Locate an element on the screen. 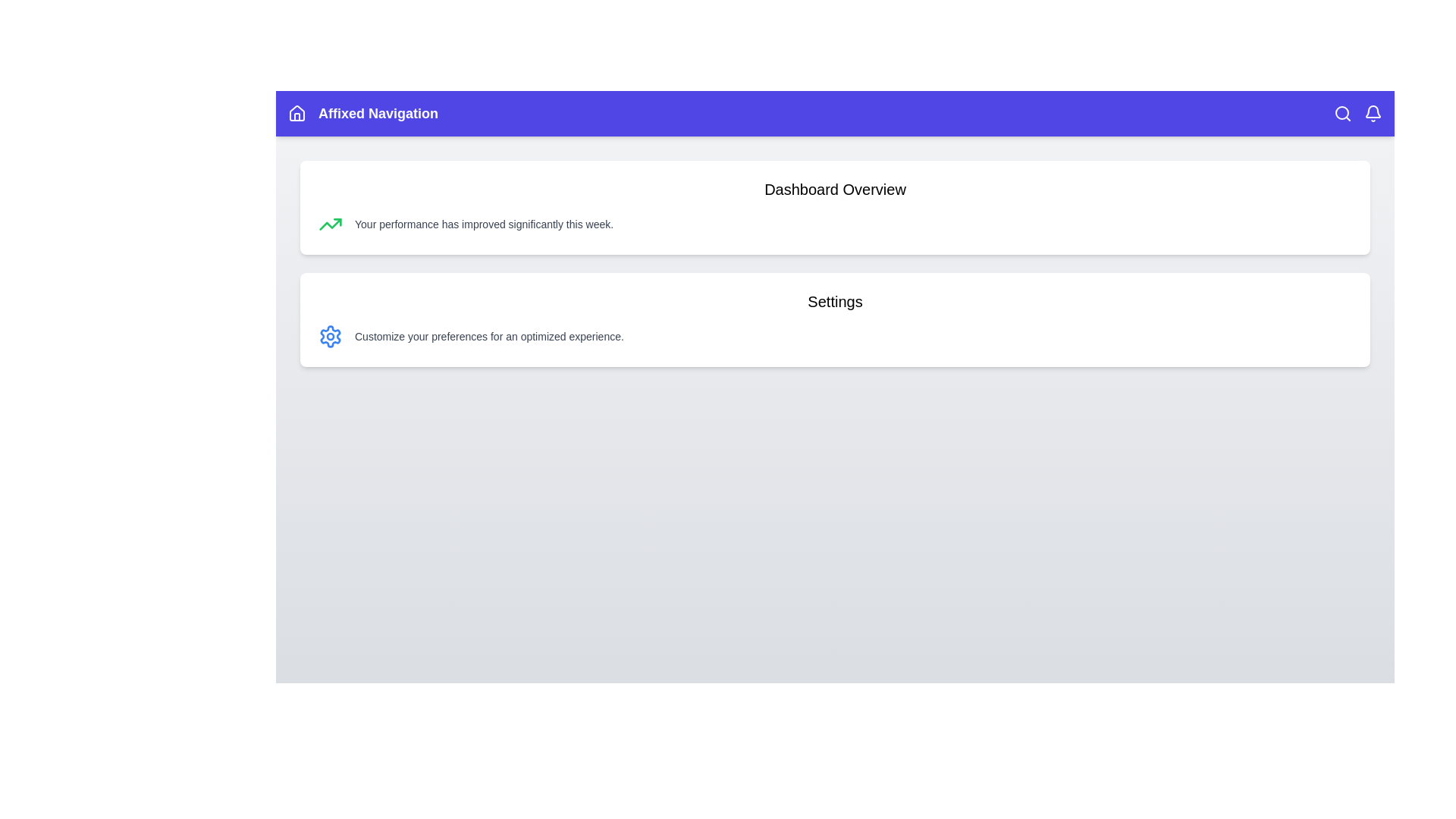  the house-shaped icon located at the beginning of the header section labeled 'Affixed Navigation' is located at coordinates (297, 113).